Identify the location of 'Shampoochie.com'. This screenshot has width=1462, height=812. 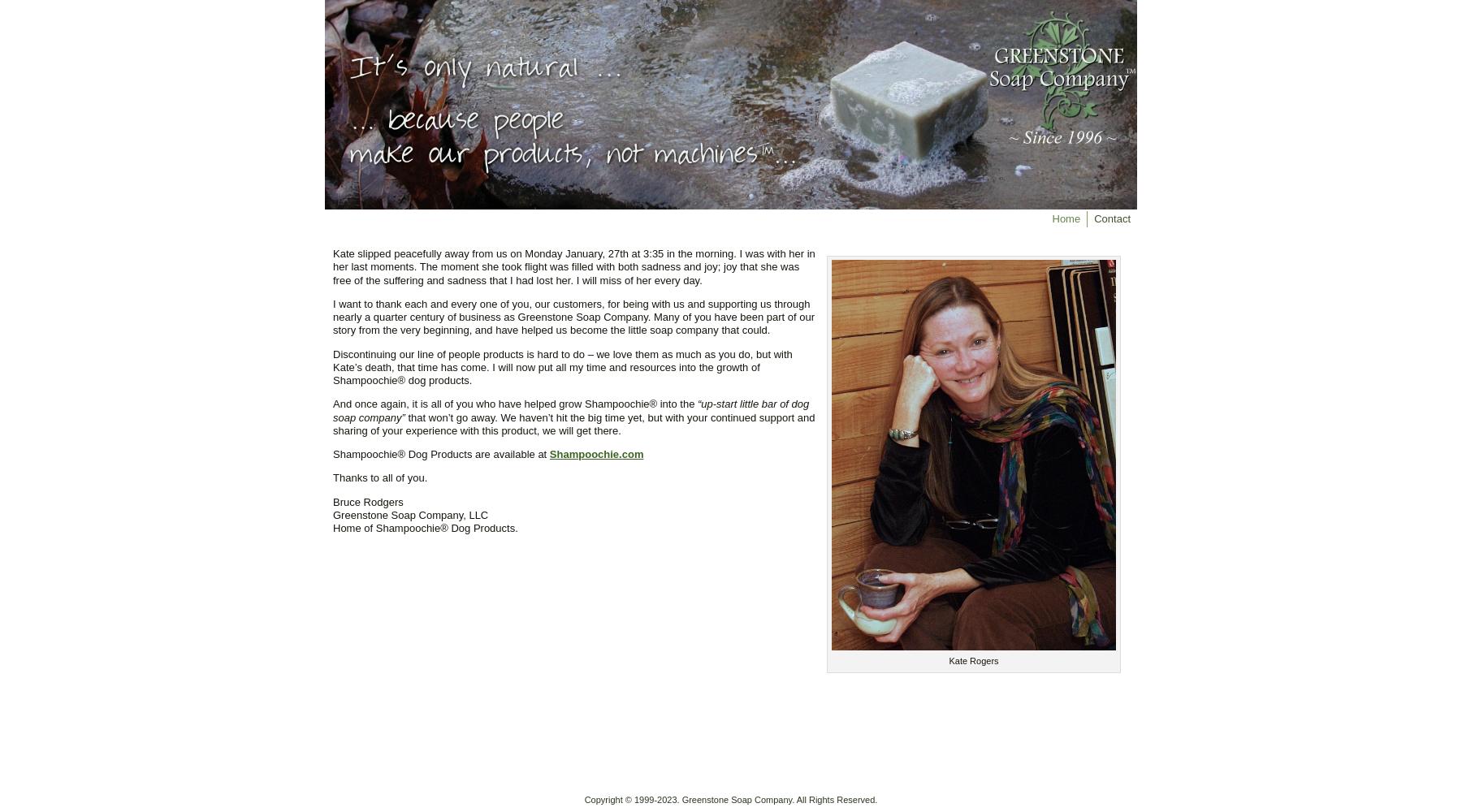
(548, 454).